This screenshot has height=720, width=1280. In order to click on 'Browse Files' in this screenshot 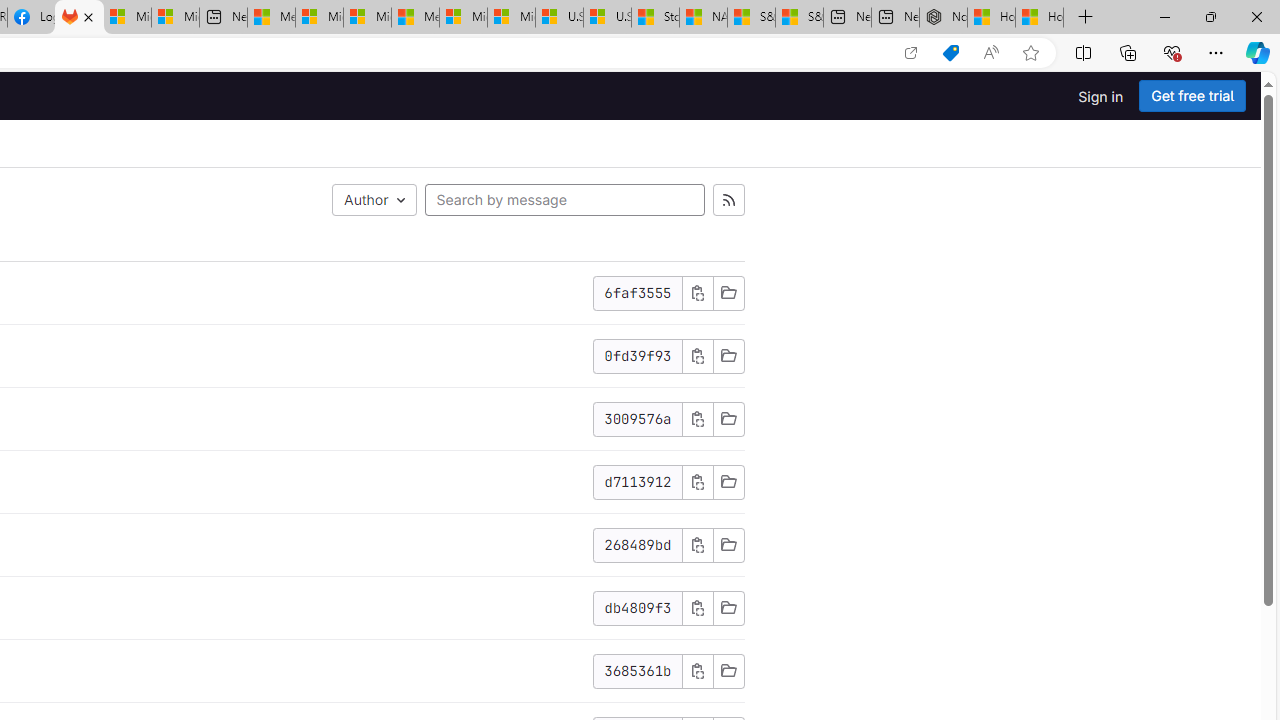, I will do `click(727, 671)`.